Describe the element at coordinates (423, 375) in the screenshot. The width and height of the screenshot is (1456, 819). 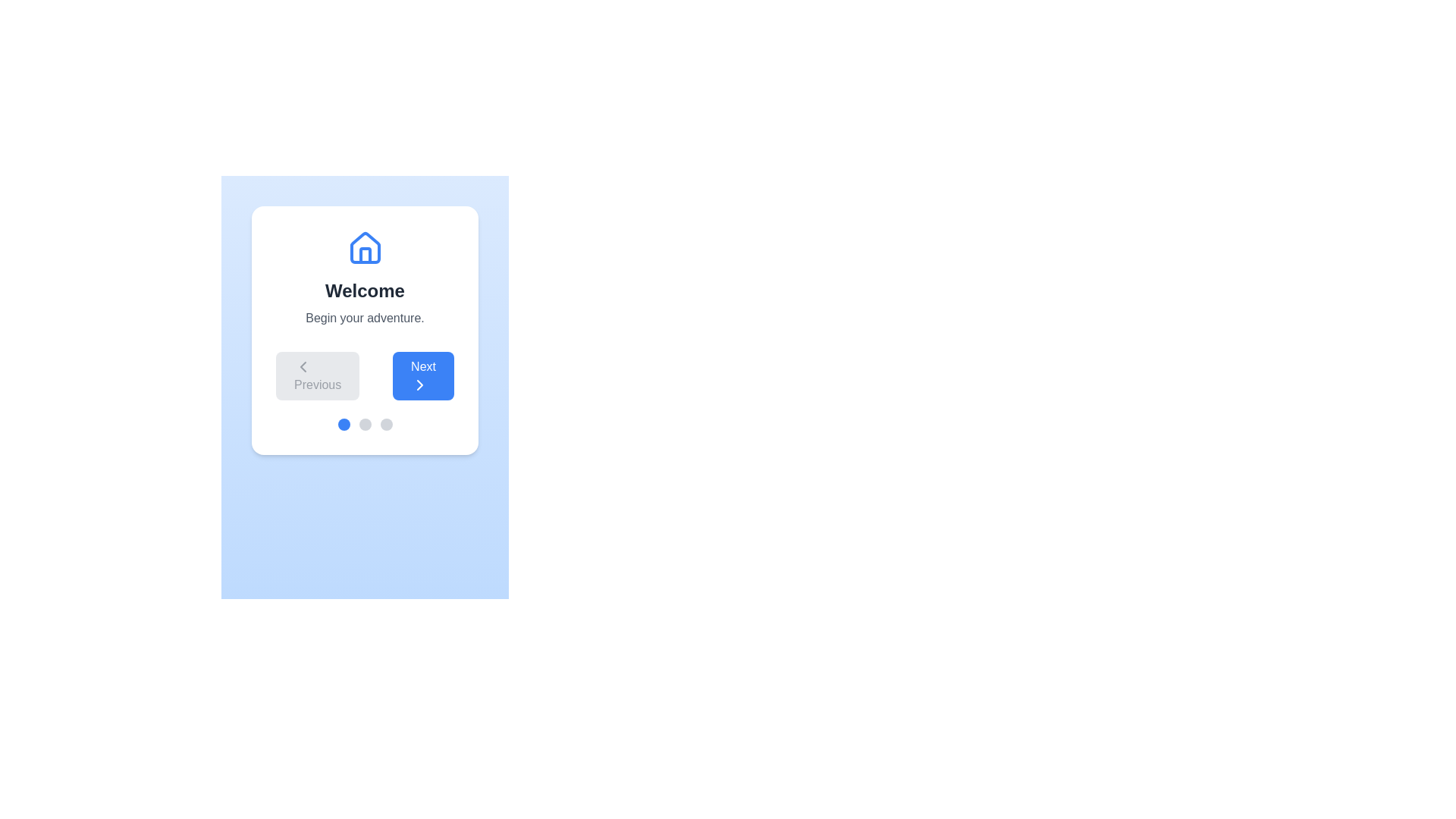
I see `the text 'Next' within the component` at that location.